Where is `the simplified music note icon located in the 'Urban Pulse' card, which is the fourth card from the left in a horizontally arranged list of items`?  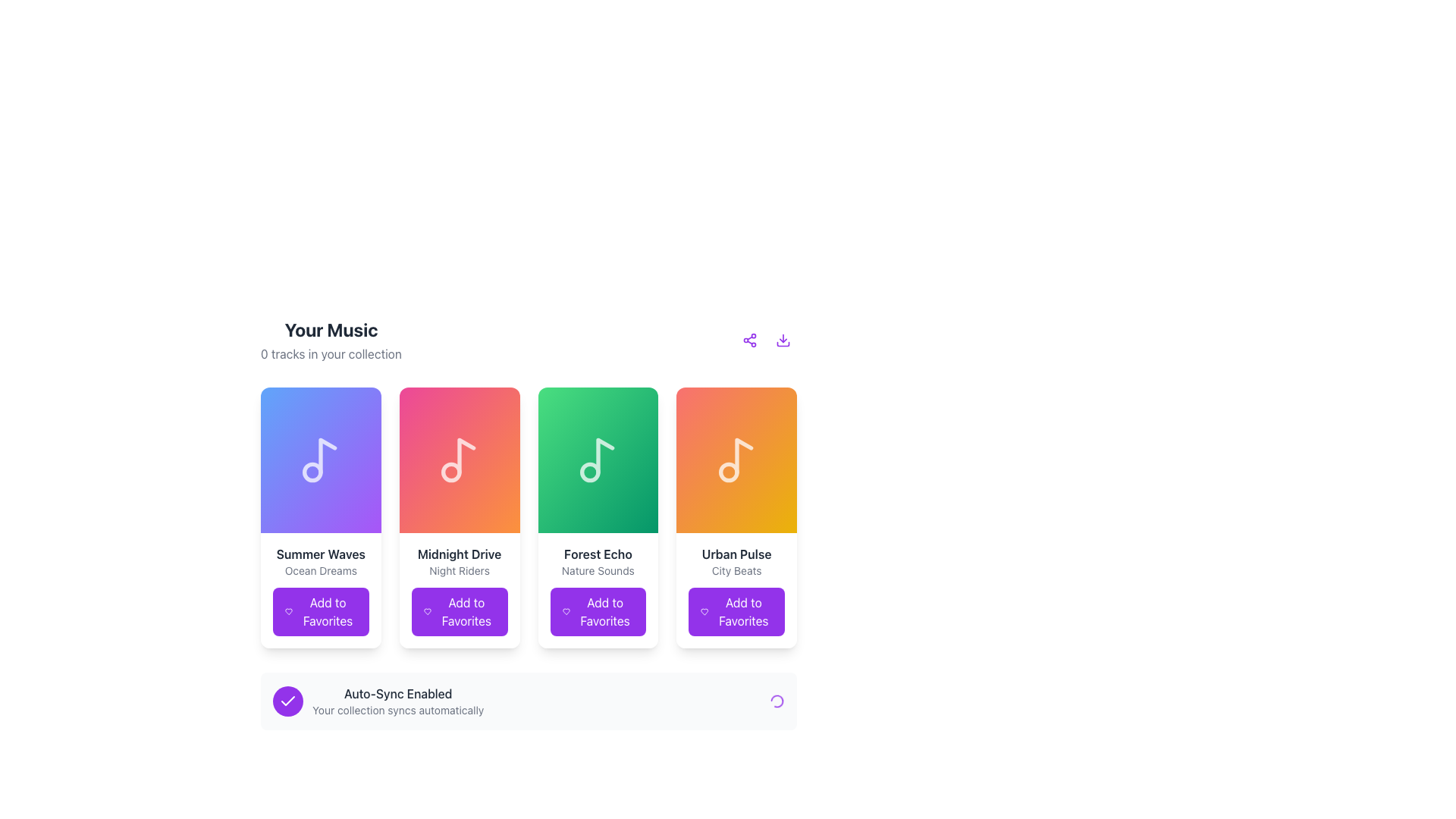
the simplified music note icon located in the 'Urban Pulse' card, which is the fourth card from the left in a horizontally arranged list of items is located at coordinates (743, 455).